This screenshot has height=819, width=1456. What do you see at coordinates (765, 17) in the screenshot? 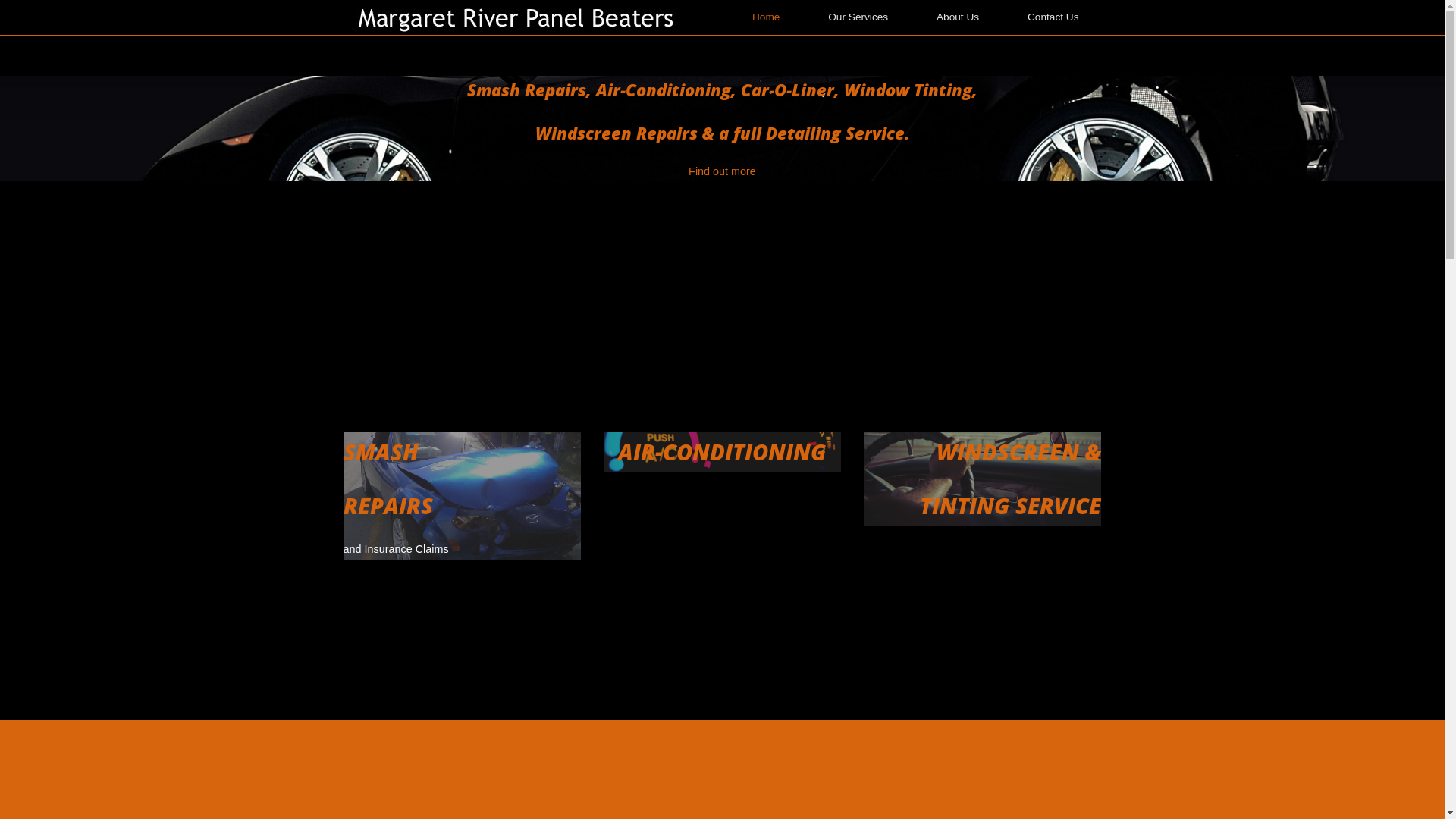
I see `'Home'` at bounding box center [765, 17].